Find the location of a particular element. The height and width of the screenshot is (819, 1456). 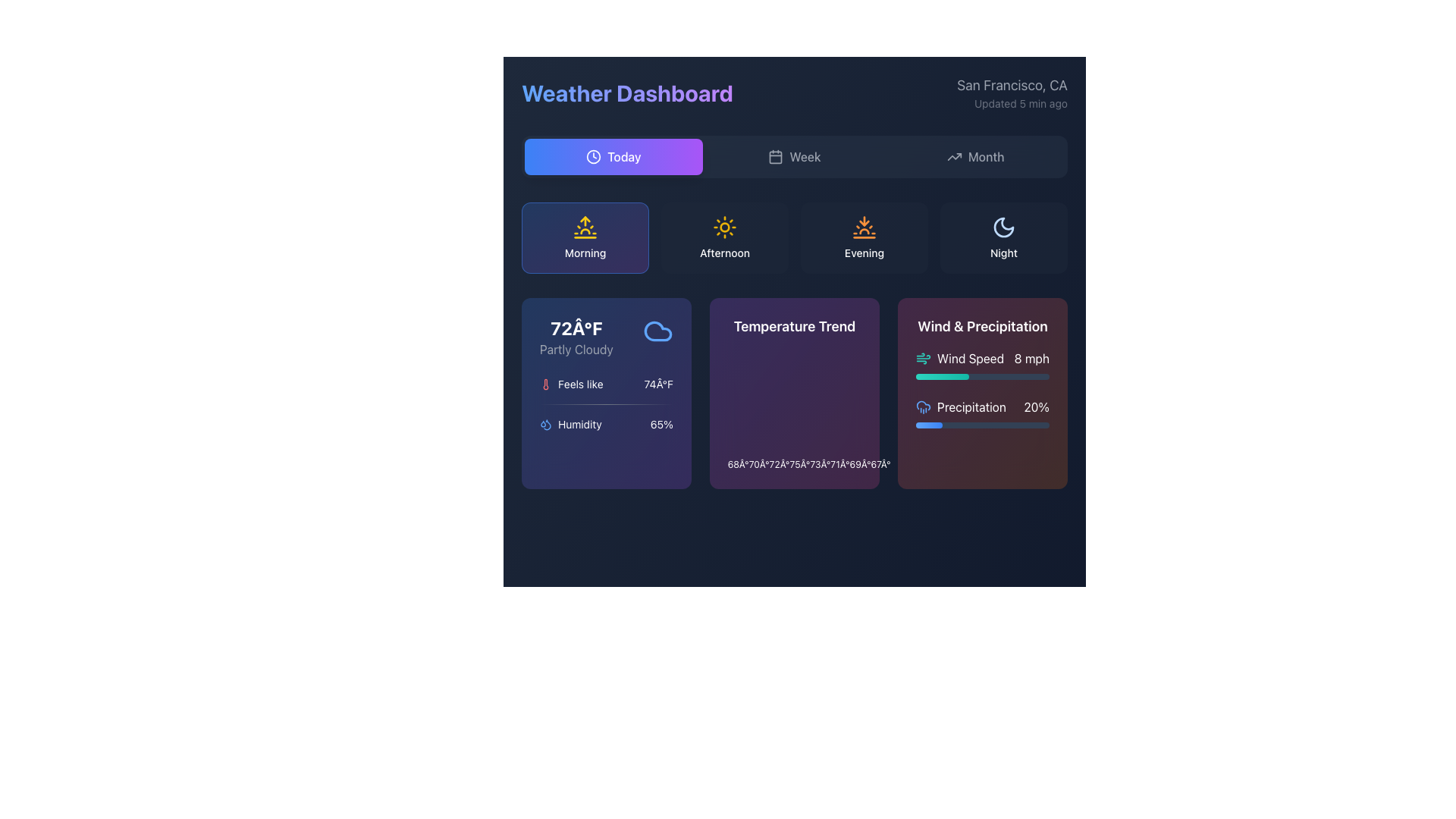

the Text label displaying '65%' in bold and large font located in the bottom-left section of the interface, specifically within the weather details panel, to the right of the text 'Humidity' is located at coordinates (662, 424).